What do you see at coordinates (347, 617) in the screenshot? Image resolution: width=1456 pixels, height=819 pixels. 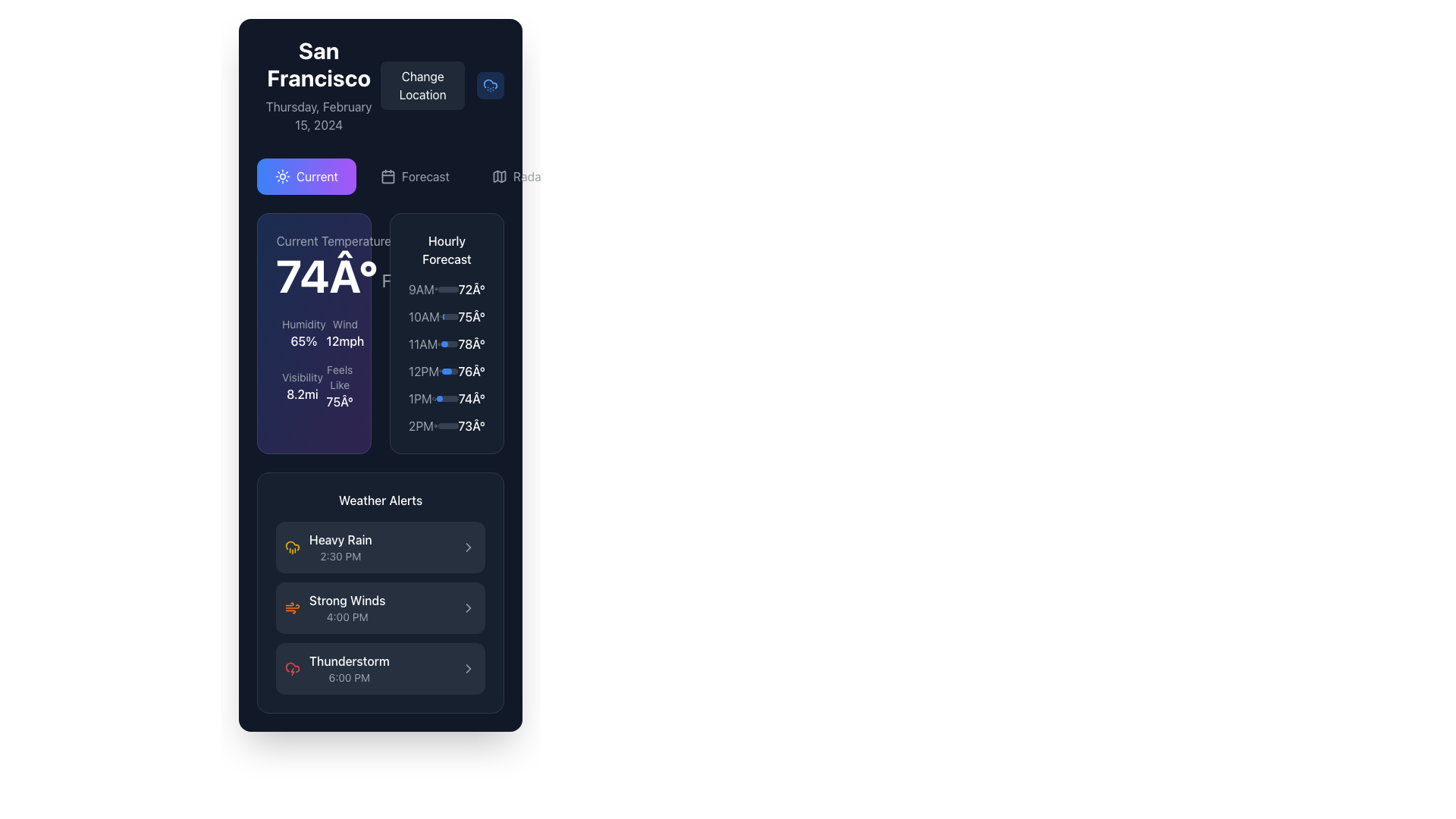 I see `the static text element displaying '4:00 PM' located below the 'Strong Winds' label in the weather alerts section` at bounding box center [347, 617].